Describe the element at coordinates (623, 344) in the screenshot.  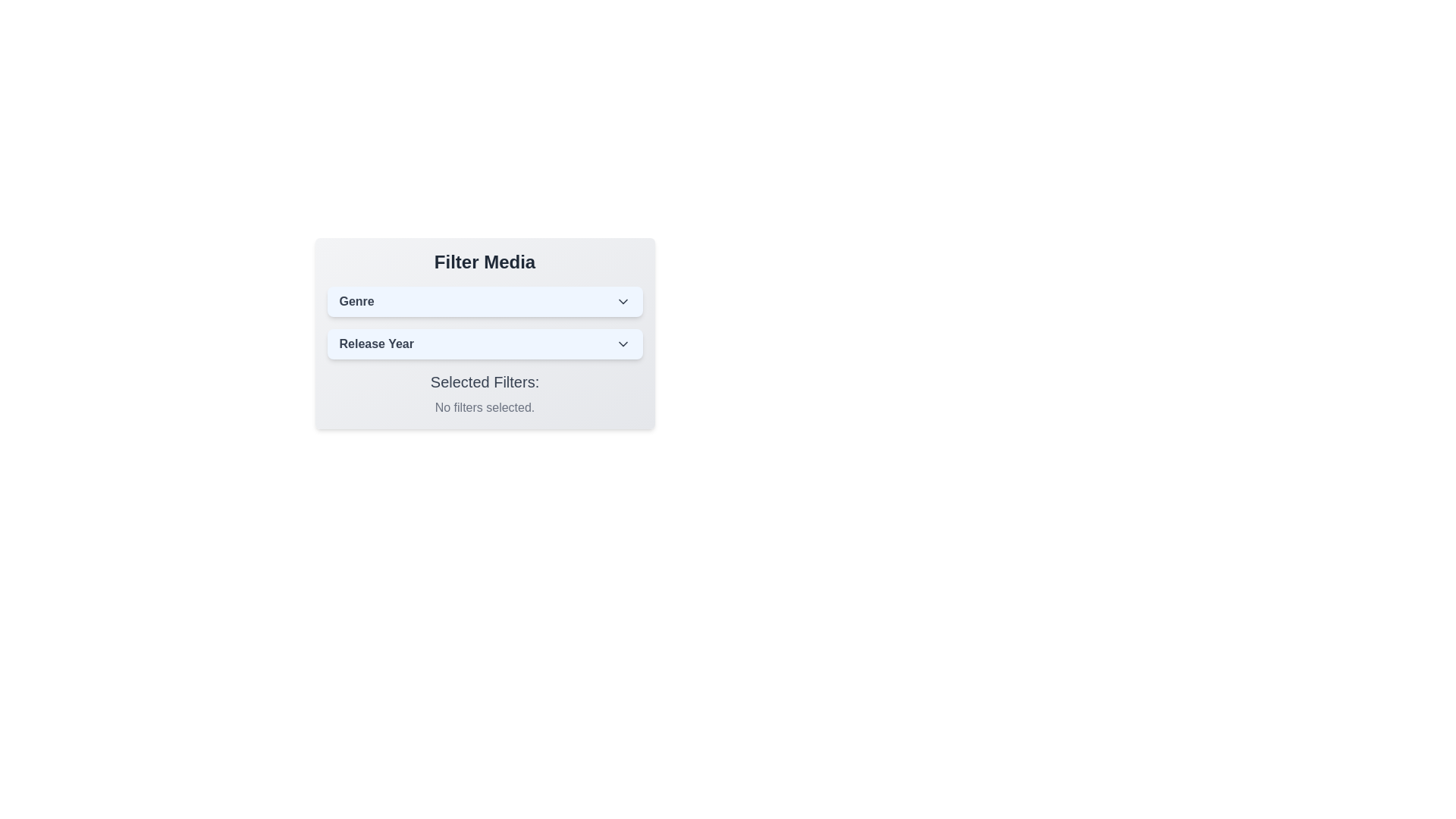
I see `the Dropdown indicator icon located at the far-right end of the 'Release Year' selection area` at that location.